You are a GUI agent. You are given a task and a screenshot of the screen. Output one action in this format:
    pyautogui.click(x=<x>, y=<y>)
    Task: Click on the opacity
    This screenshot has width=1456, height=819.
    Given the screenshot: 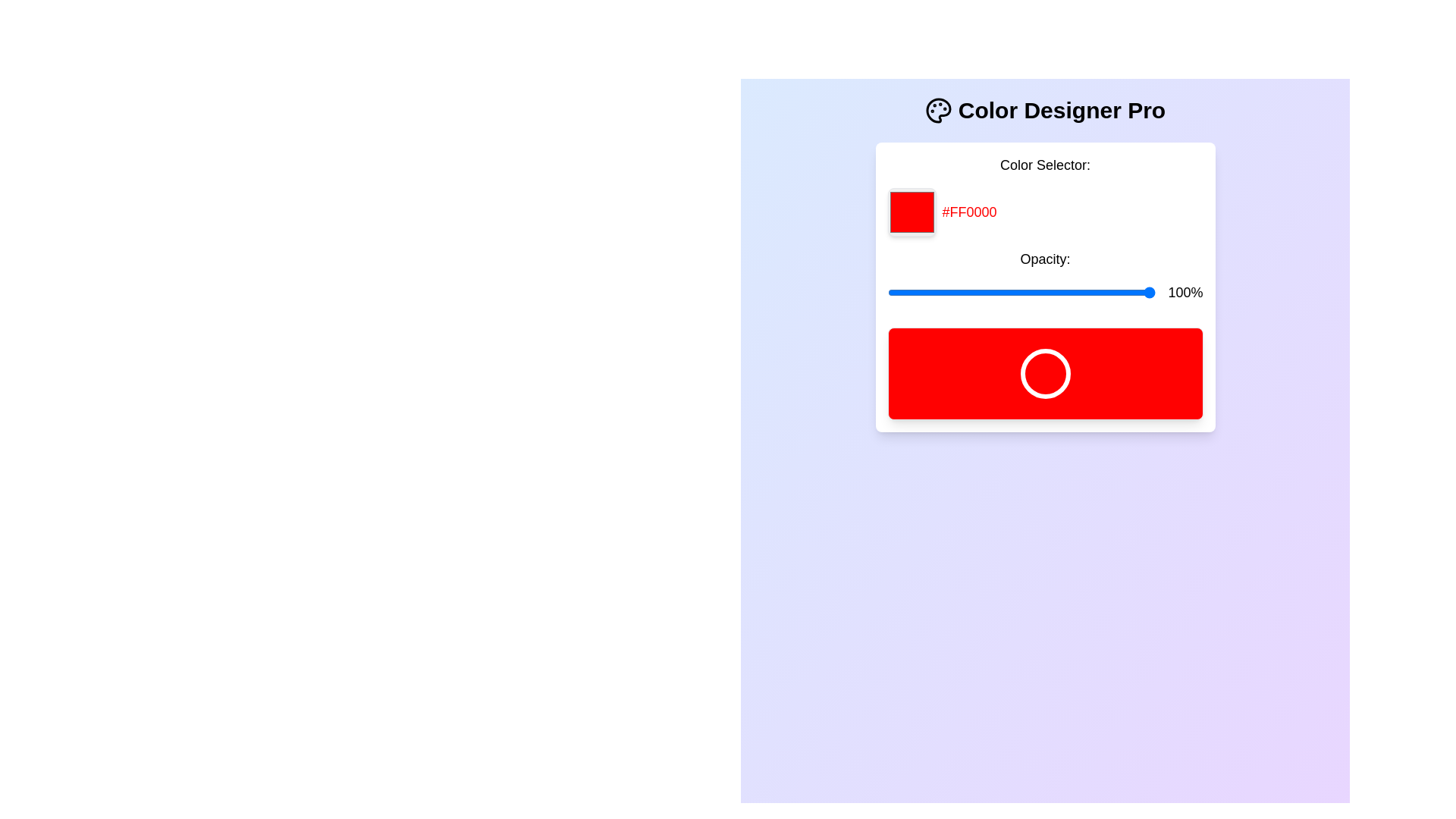 What is the action you would take?
    pyautogui.click(x=1082, y=292)
    